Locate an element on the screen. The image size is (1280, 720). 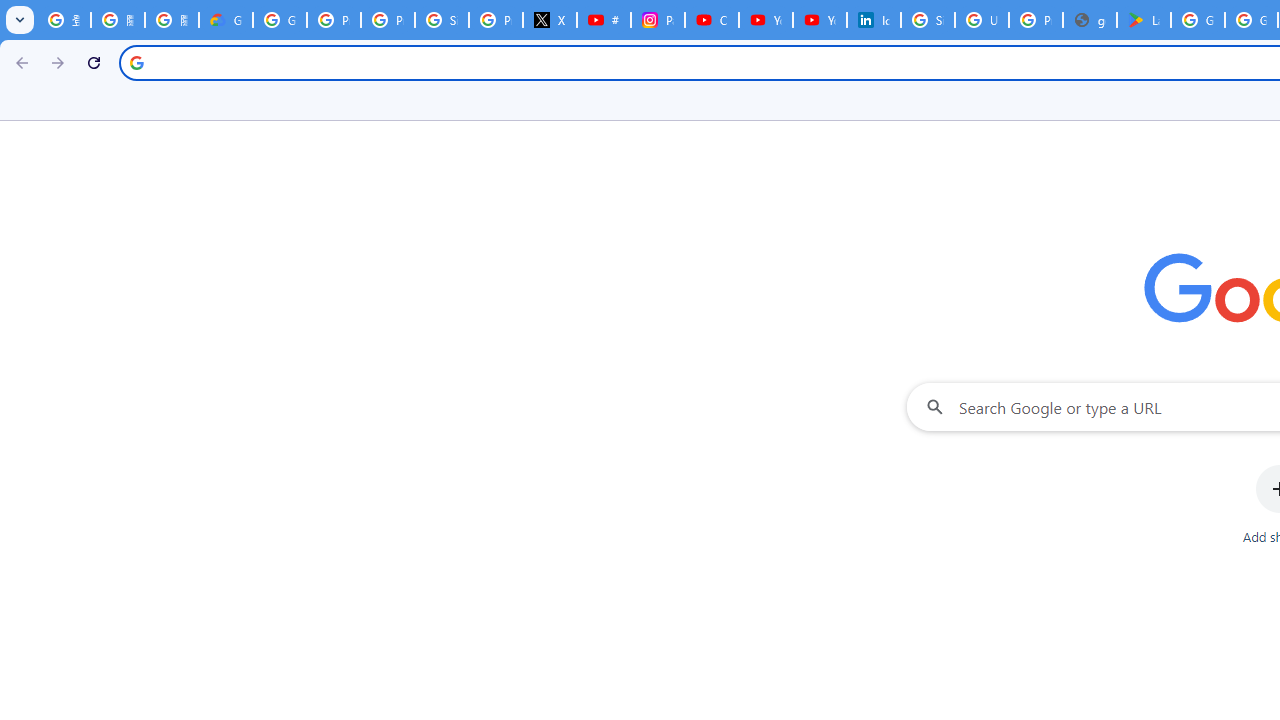
'Last Shelter: Survival - Apps on Google Play' is located at coordinates (1144, 20).